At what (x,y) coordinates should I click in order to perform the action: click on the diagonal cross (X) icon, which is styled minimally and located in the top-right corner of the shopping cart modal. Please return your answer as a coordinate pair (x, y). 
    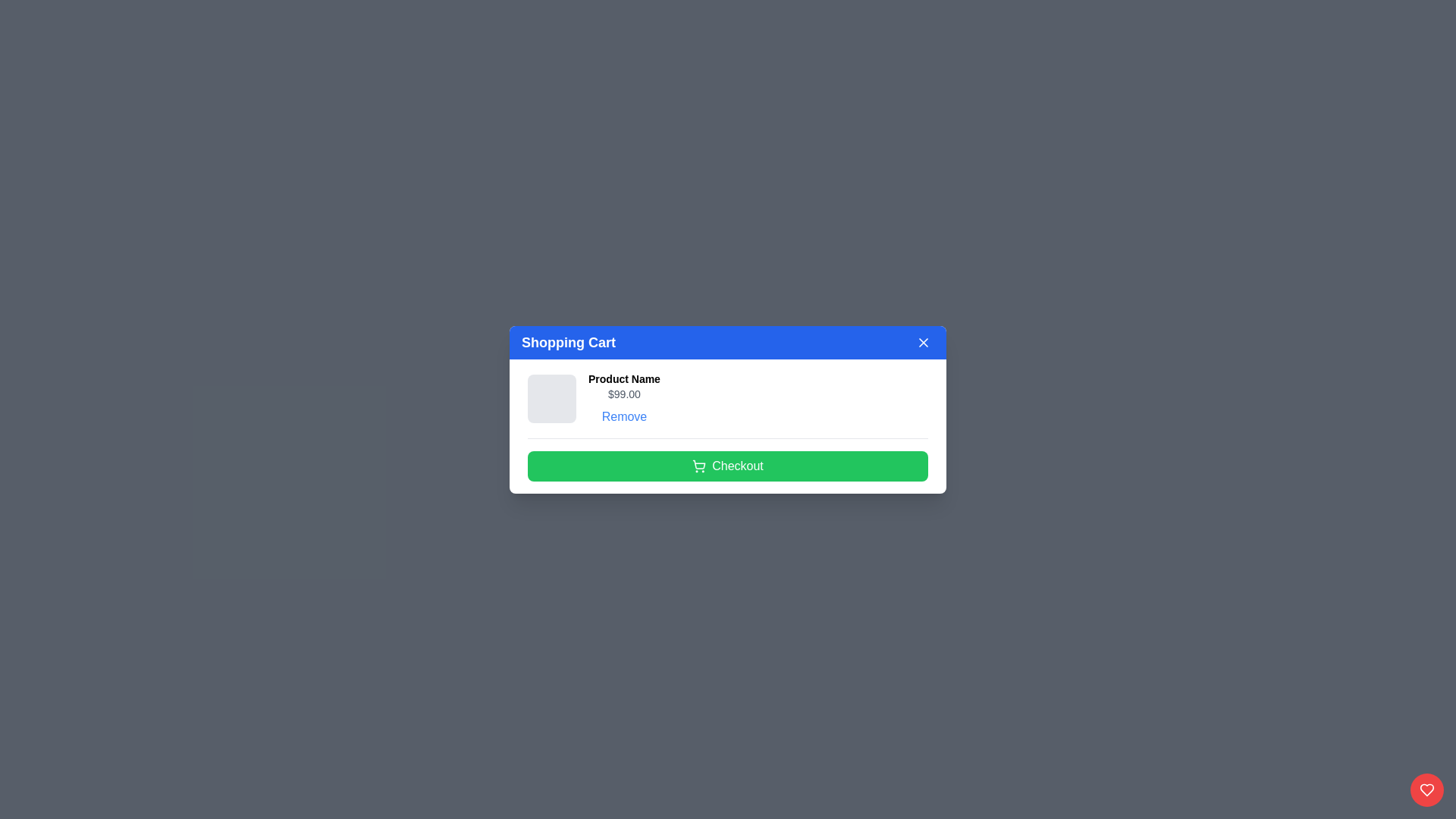
    Looking at the image, I should click on (923, 342).